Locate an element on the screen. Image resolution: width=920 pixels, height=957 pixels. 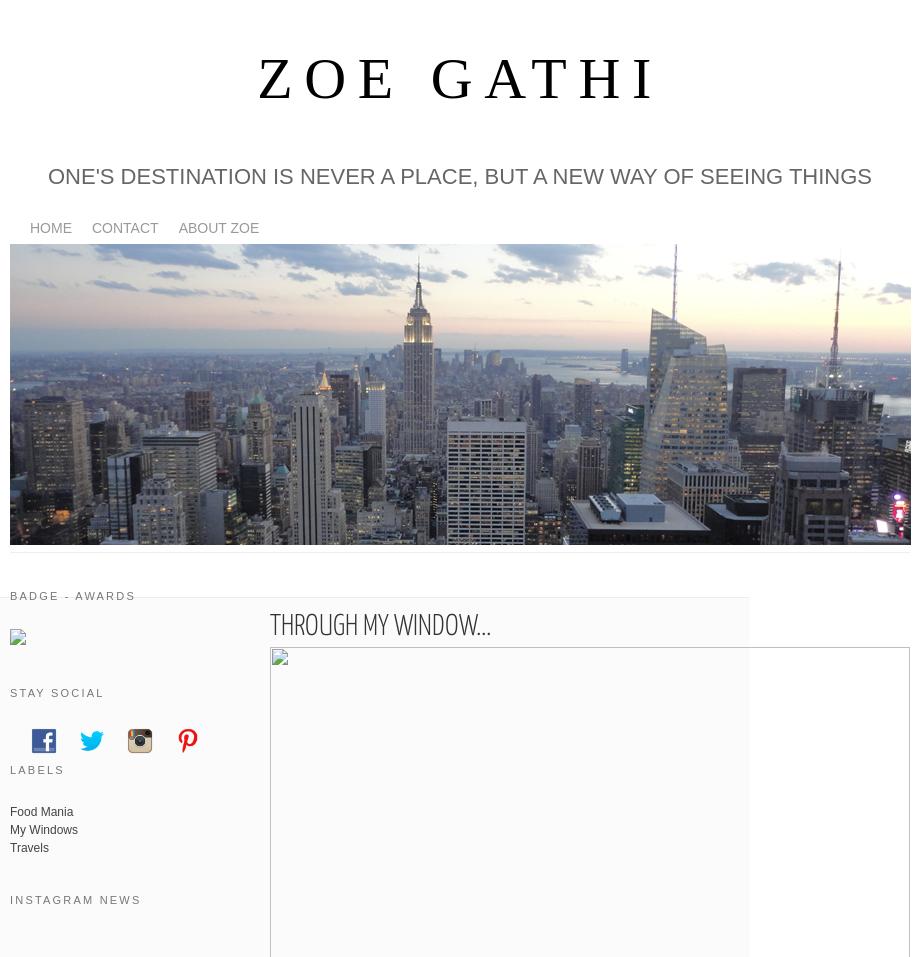
'Zoe gathi' is located at coordinates (458, 77).